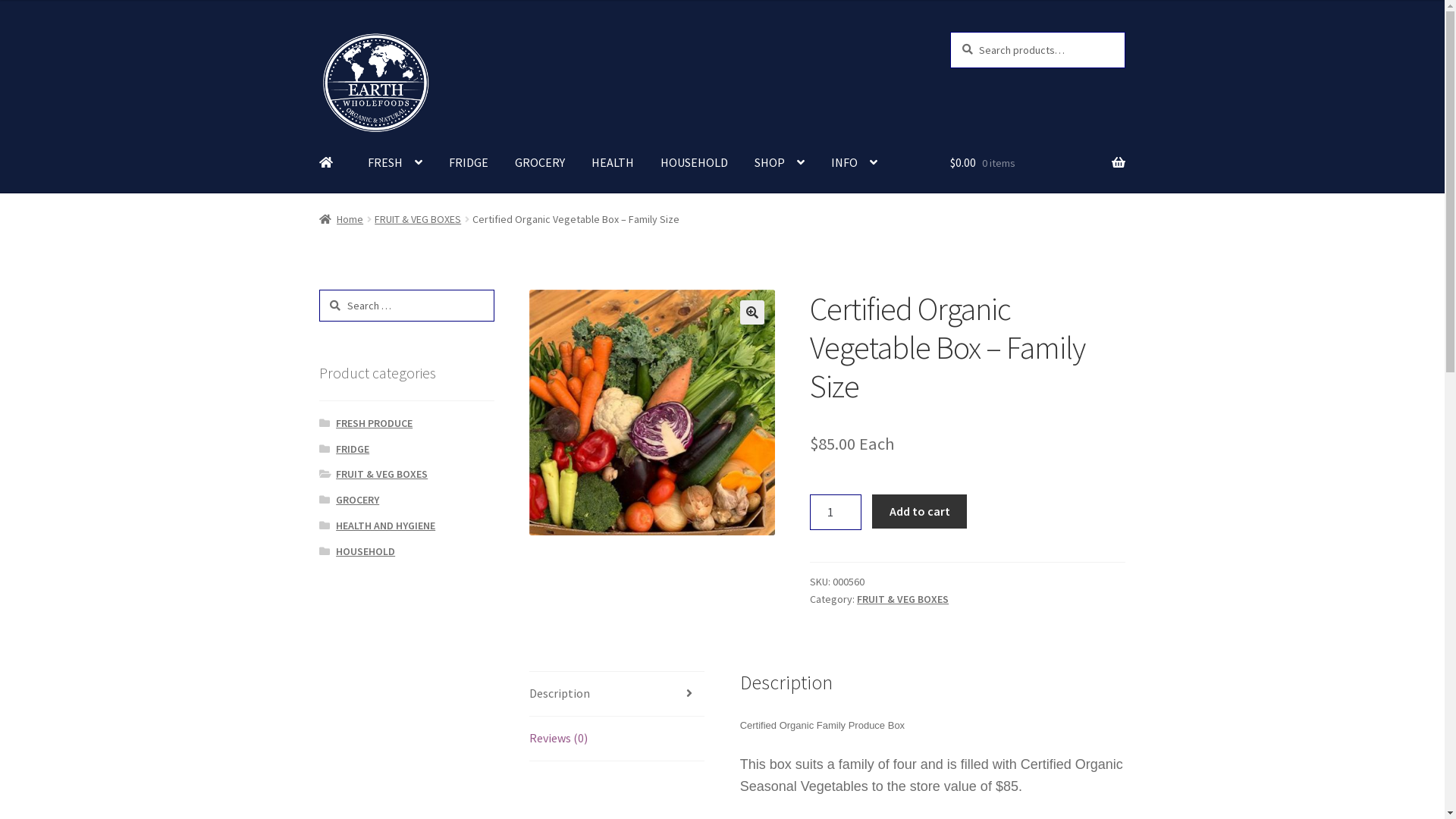 The width and height of the screenshot is (1456, 819). Describe the element at coordinates (617, 693) in the screenshot. I see `'Description'` at that location.